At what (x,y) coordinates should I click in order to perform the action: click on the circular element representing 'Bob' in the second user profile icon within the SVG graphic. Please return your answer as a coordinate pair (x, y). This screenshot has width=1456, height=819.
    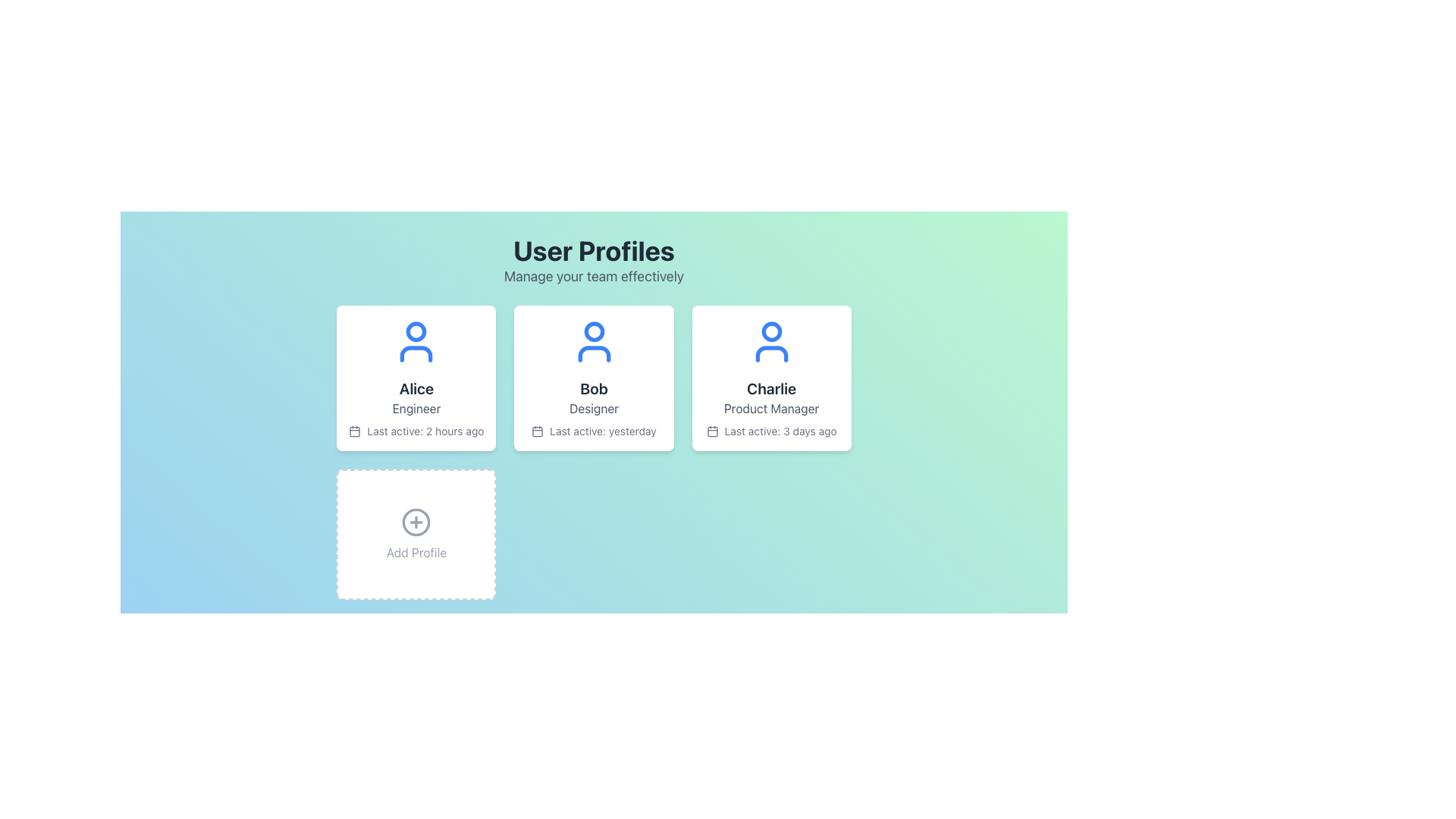
    Looking at the image, I should click on (593, 331).